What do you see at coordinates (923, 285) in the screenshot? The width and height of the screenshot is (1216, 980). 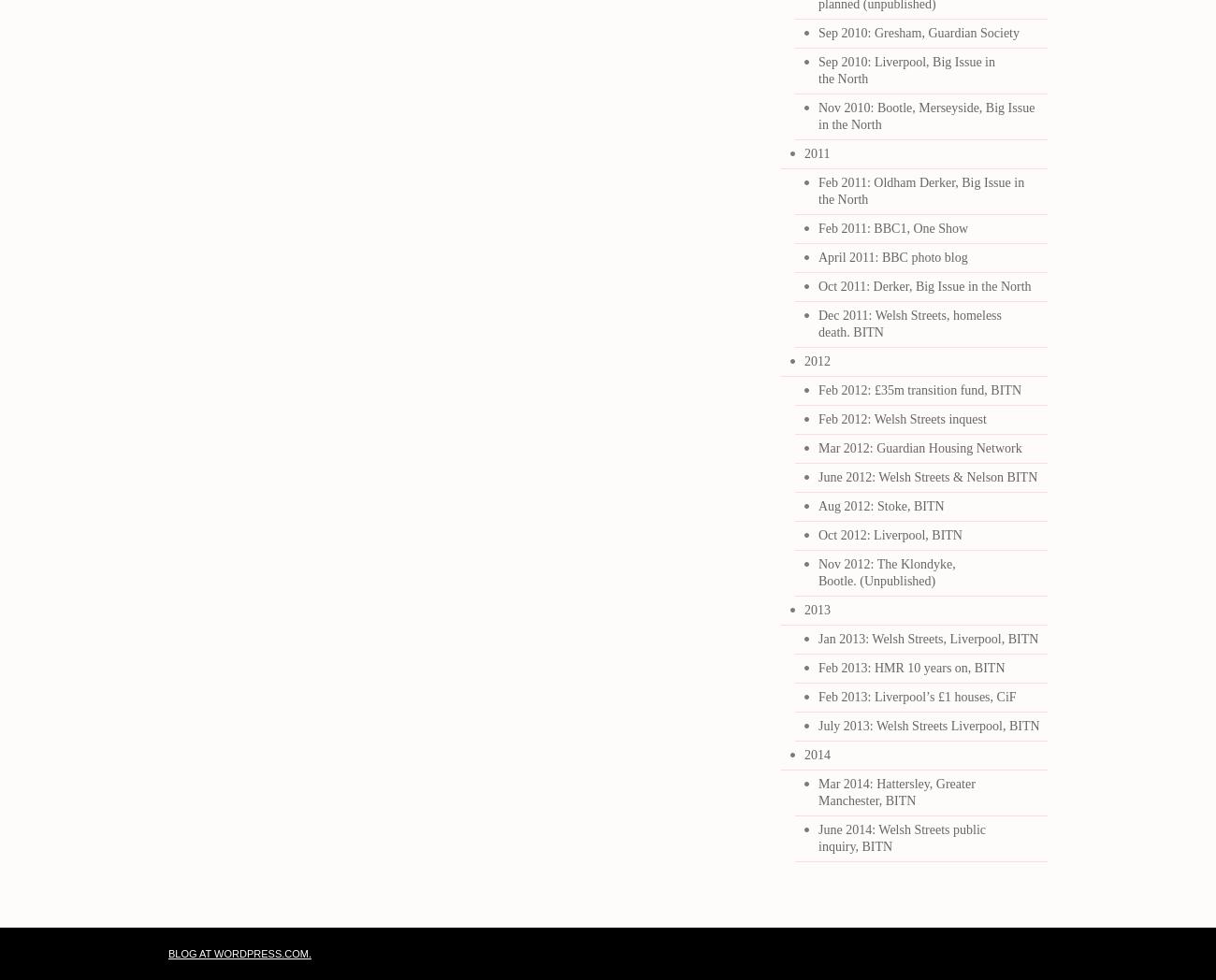 I see `'Oct 2011: Derker, Big Issue in the North'` at bounding box center [923, 285].